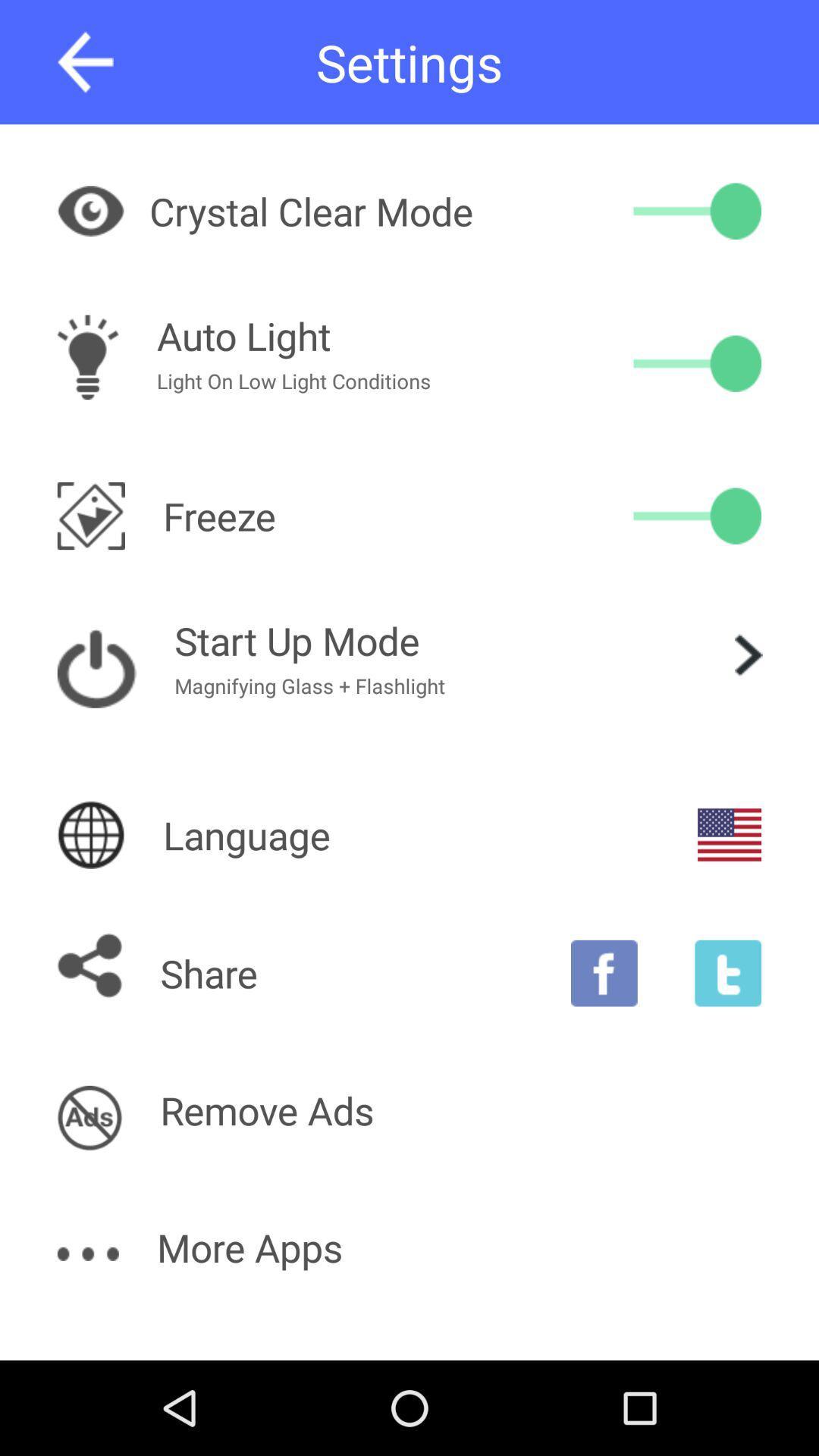 This screenshot has width=819, height=1456. What do you see at coordinates (697, 362) in the screenshot?
I see `the icon to the right of the light on low icon` at bounding box center [697, 362].